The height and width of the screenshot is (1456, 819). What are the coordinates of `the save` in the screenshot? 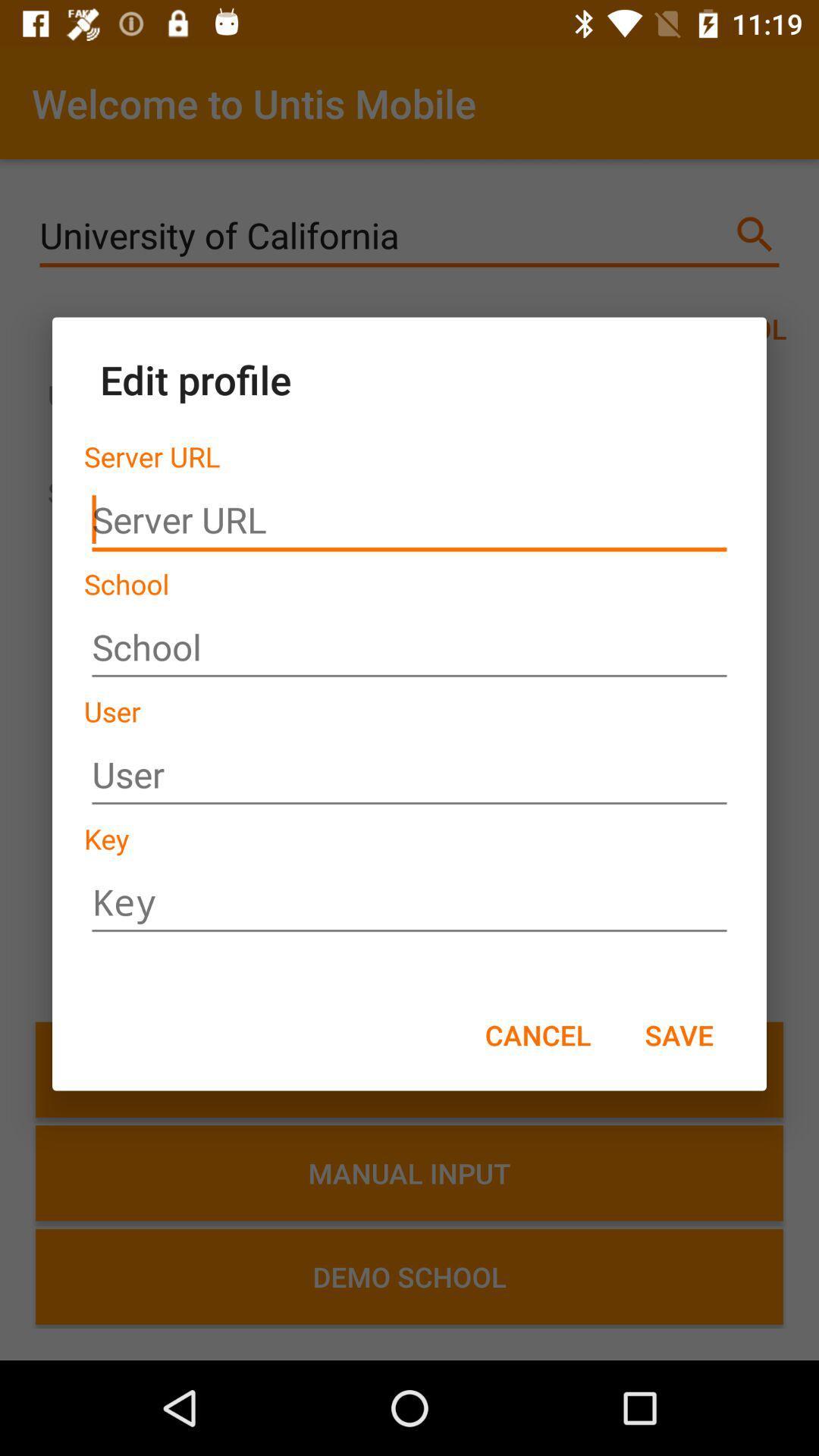 It's located at (678, 1034).